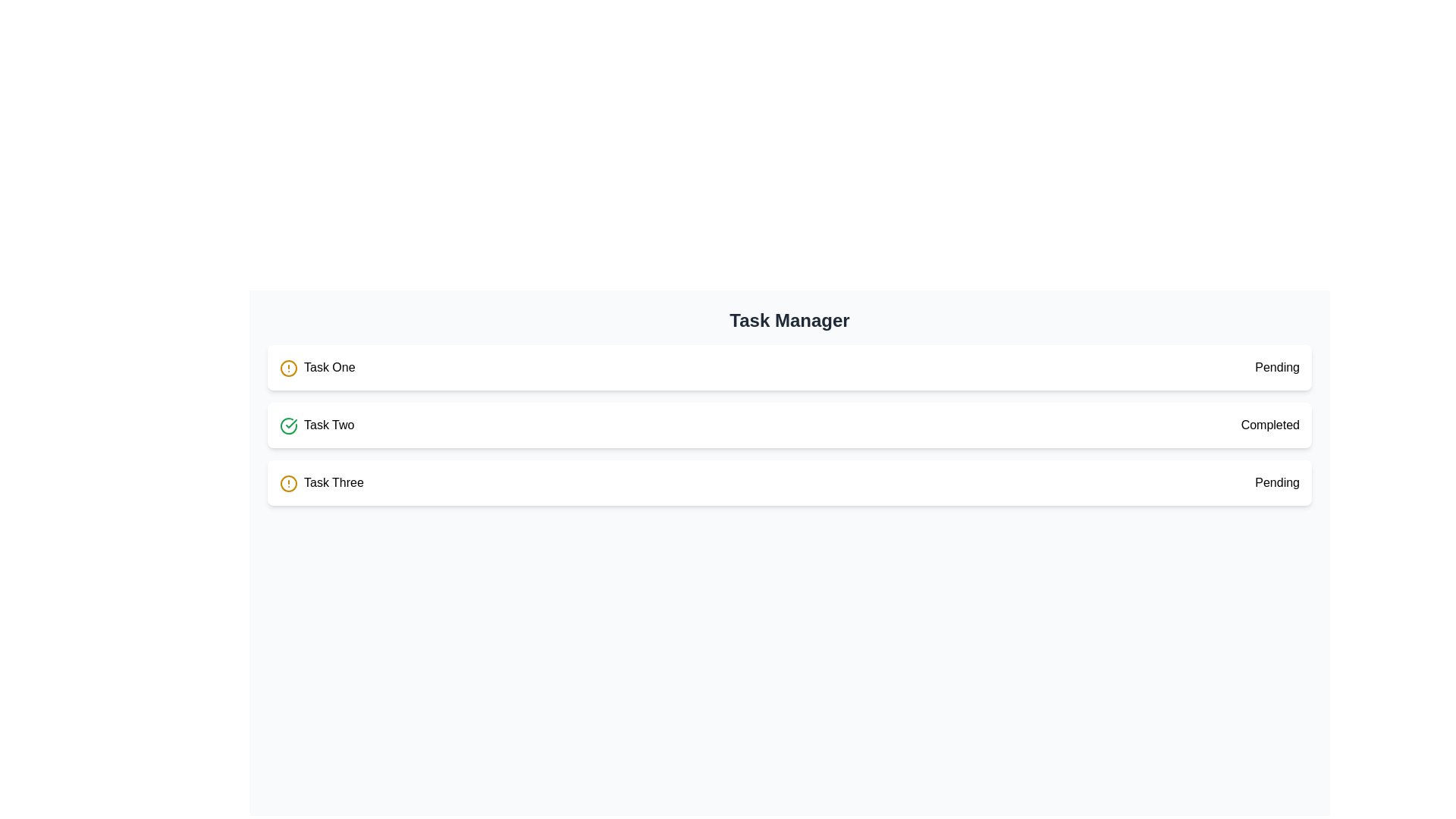  What do you see at coordinates (333, 482) in the screenshot?
I see `the text label for task three, which is positioned under the 'Task Manager' header, aligned with an alert icon on the left and the text 'Pending' on the right` at bounding box center [333, 482].